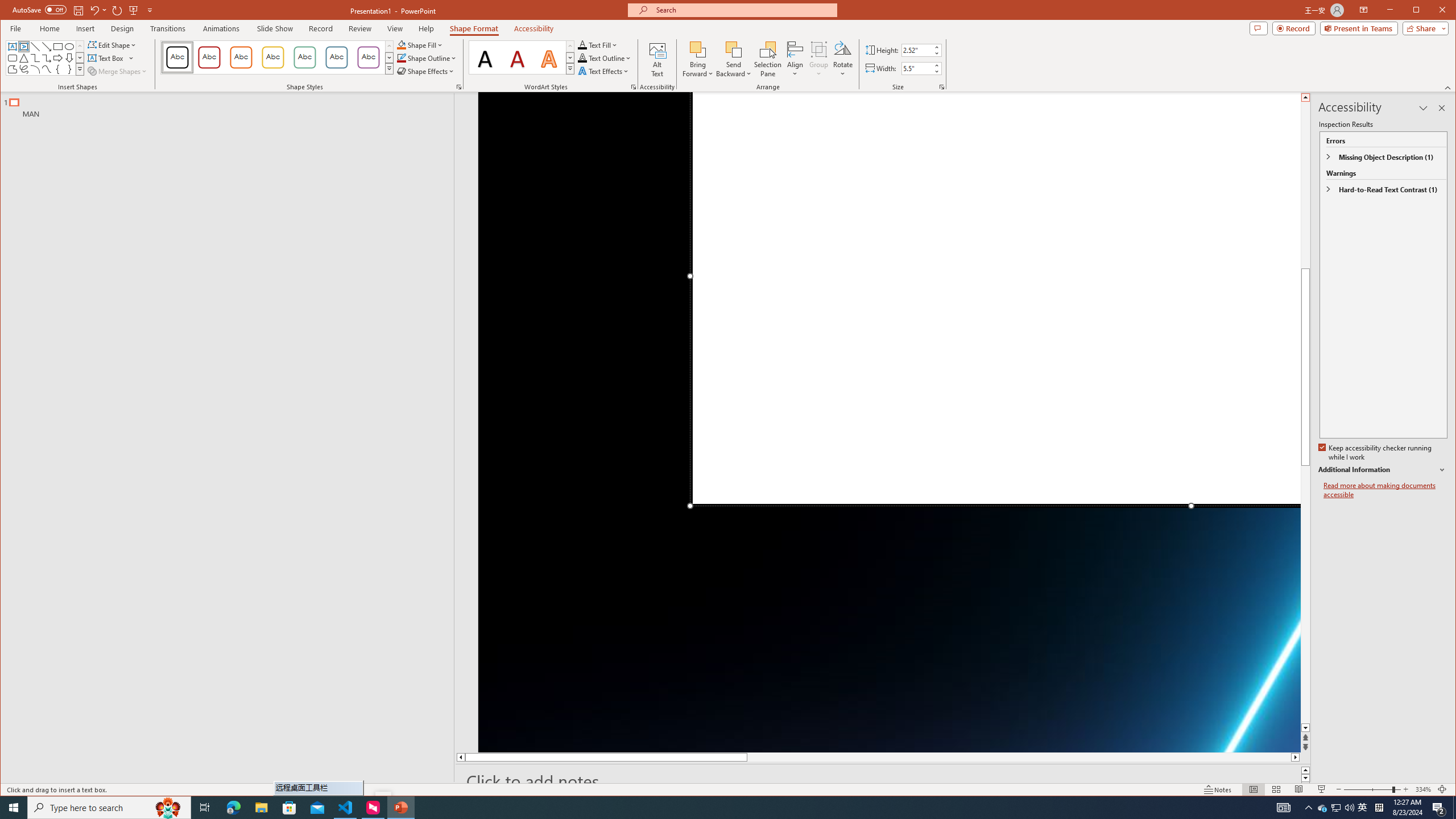 The height and width of the screenshot is (819, 1456). Describe the element at coordinates (368, 57) in the screenshot. I see `'Colored Outline - Purple, Accent 6'` at that location.